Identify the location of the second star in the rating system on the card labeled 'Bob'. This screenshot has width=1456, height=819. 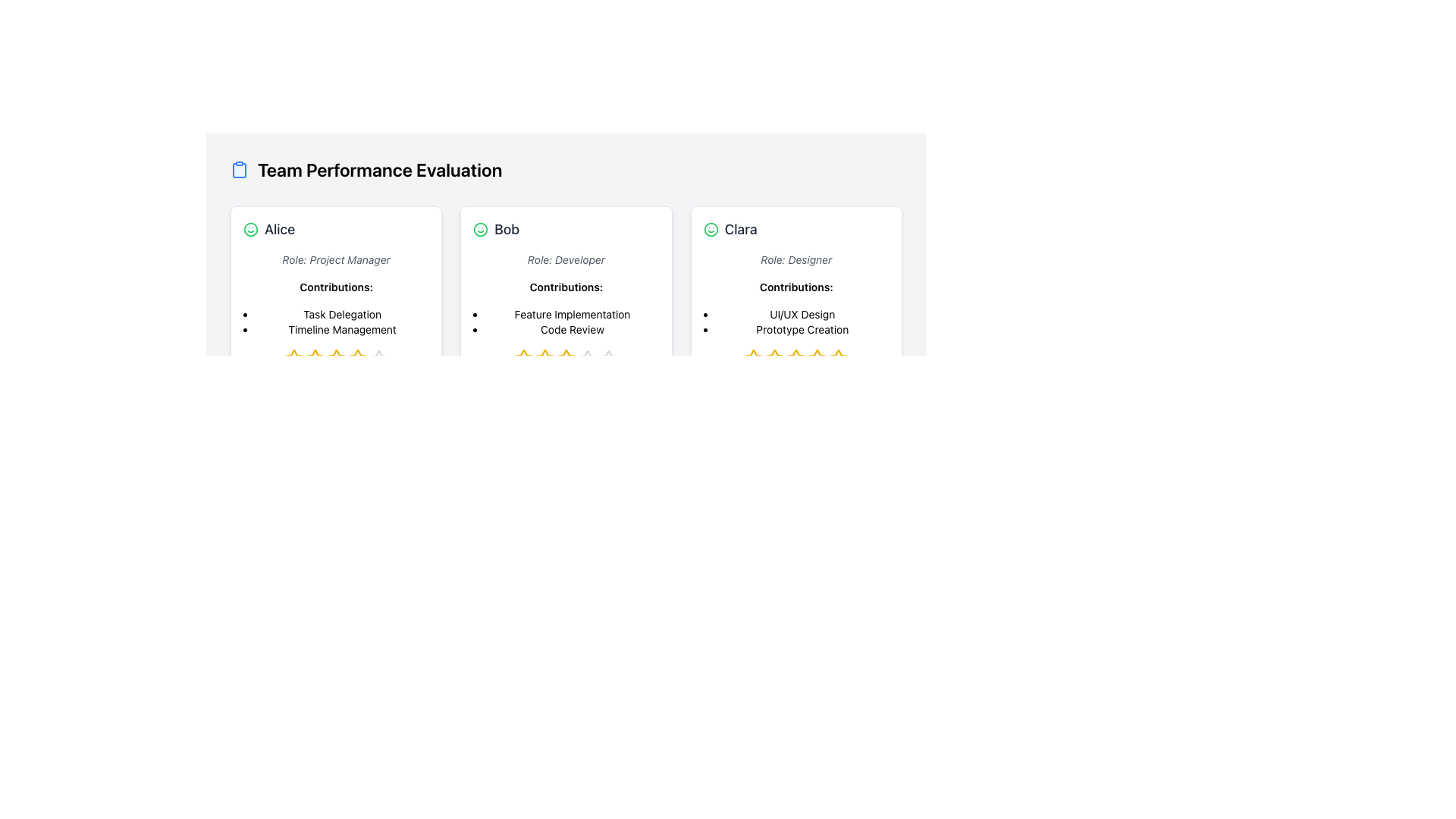
(524, 359).